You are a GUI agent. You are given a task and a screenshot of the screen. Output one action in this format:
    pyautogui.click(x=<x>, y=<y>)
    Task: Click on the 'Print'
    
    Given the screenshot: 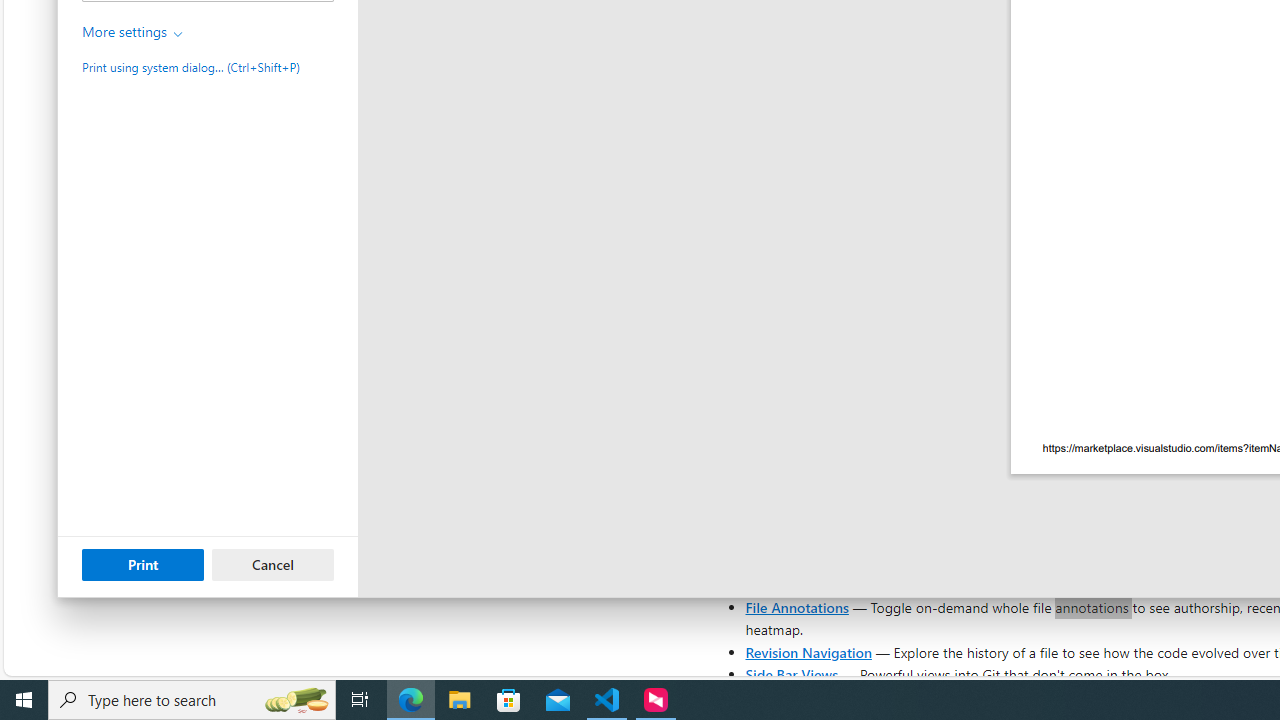 What is the action you would take?
    pyautogui.click(x=141, y=564)
    